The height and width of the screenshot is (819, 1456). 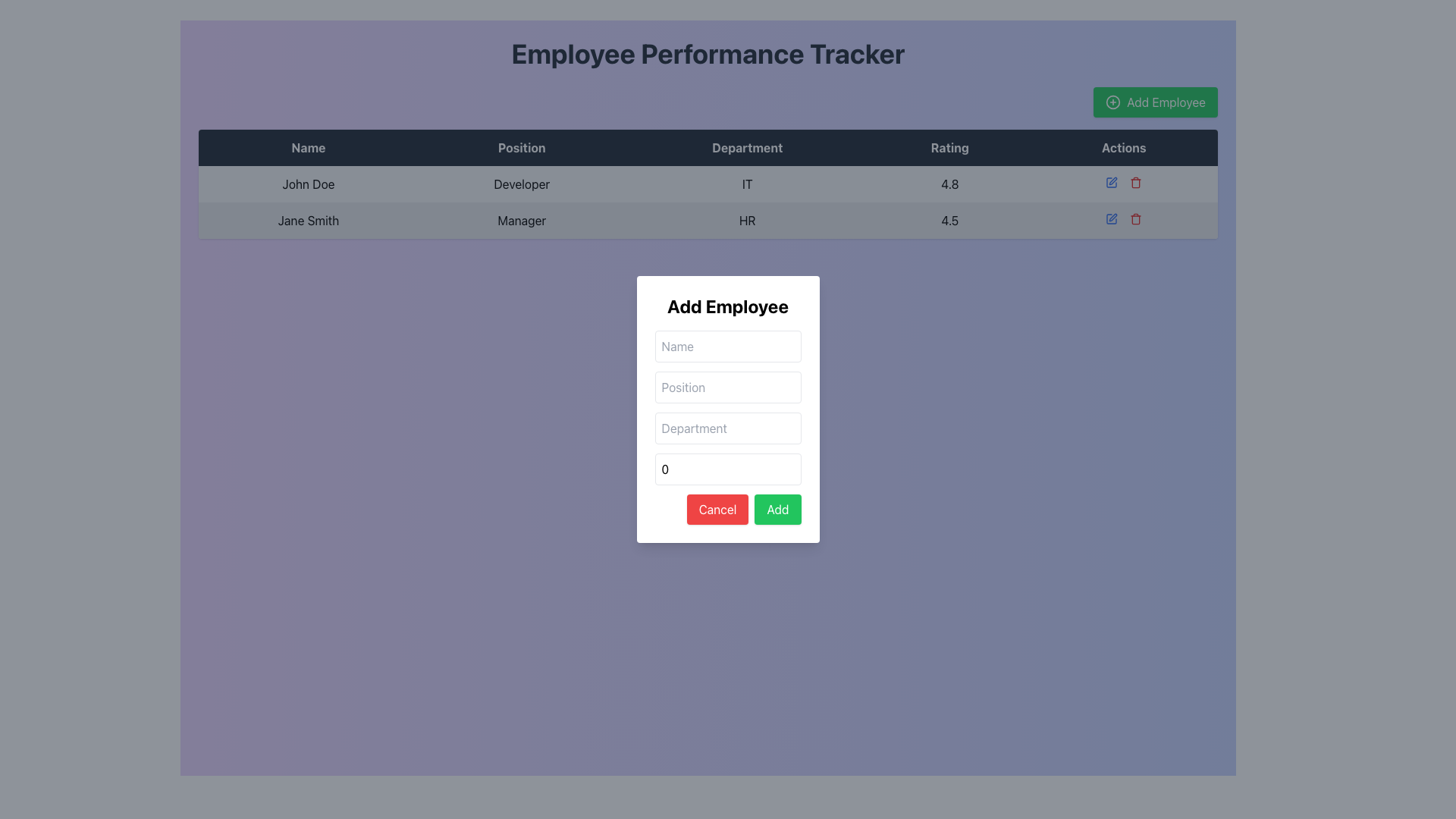 What do you see at coordinates (1155, 102) in the screenshot?
I see `the 'Add Employee' button with a green background and white text` at bounding box center [1155, 102].